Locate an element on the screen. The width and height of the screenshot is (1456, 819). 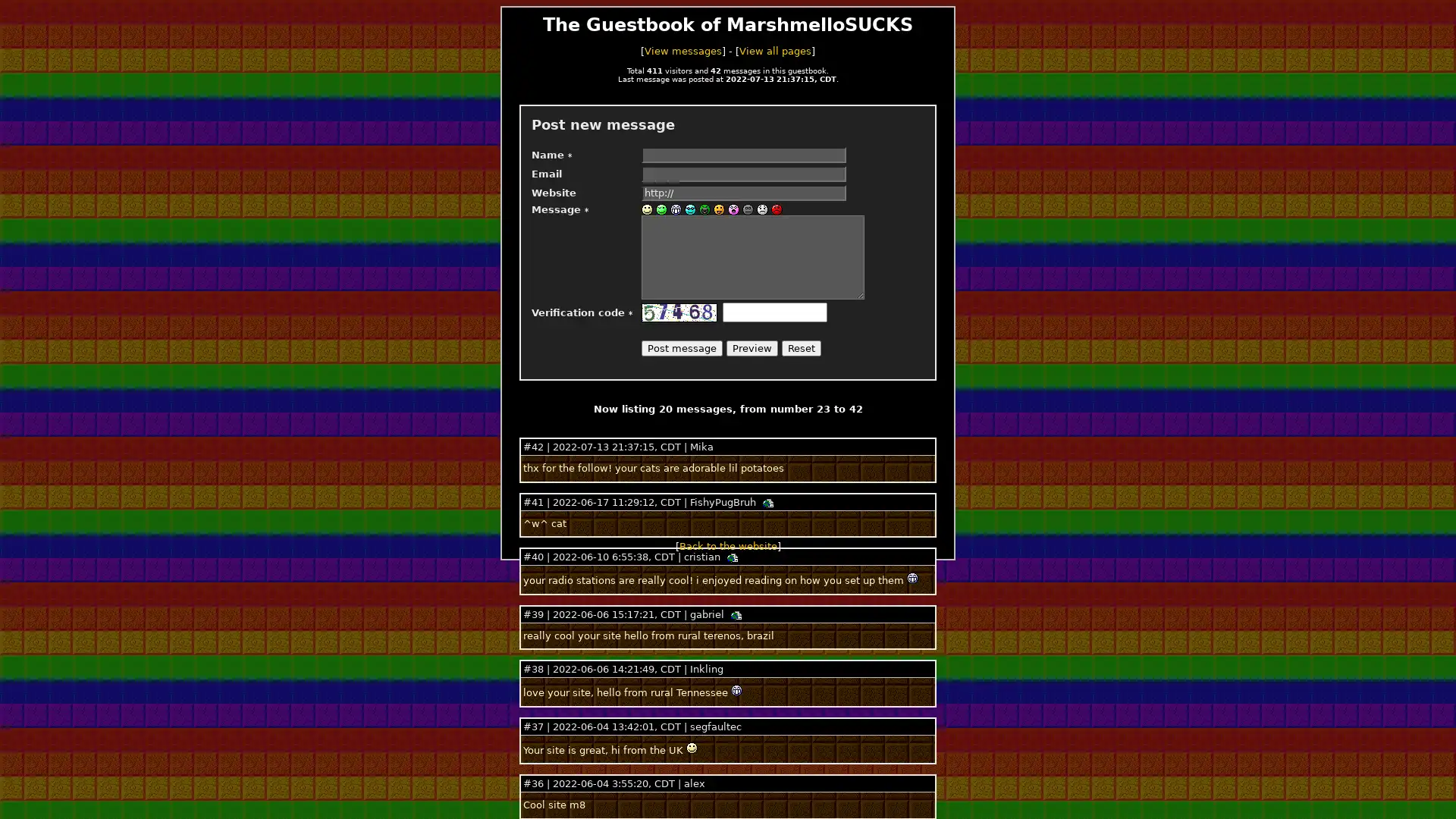
Reset is located at coordinates (800, 348).